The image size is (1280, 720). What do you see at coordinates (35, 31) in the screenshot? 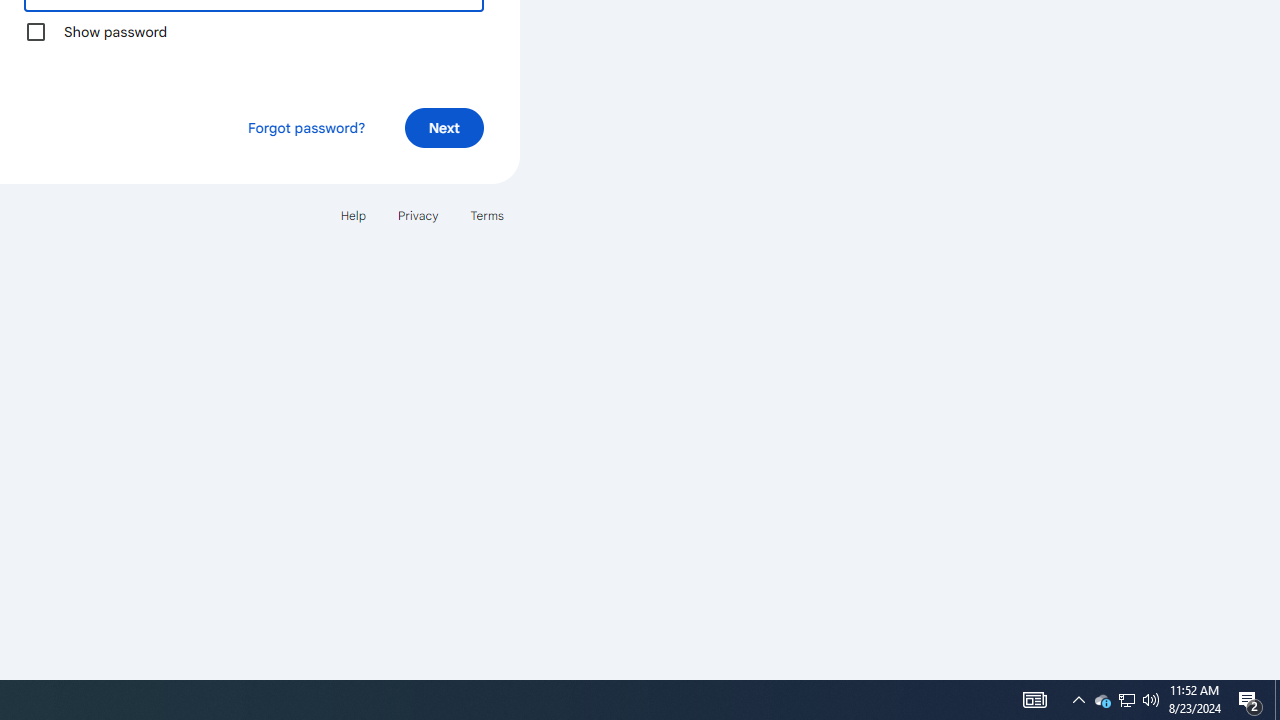
I see `'Show password'` at bounding box center [35, 31].